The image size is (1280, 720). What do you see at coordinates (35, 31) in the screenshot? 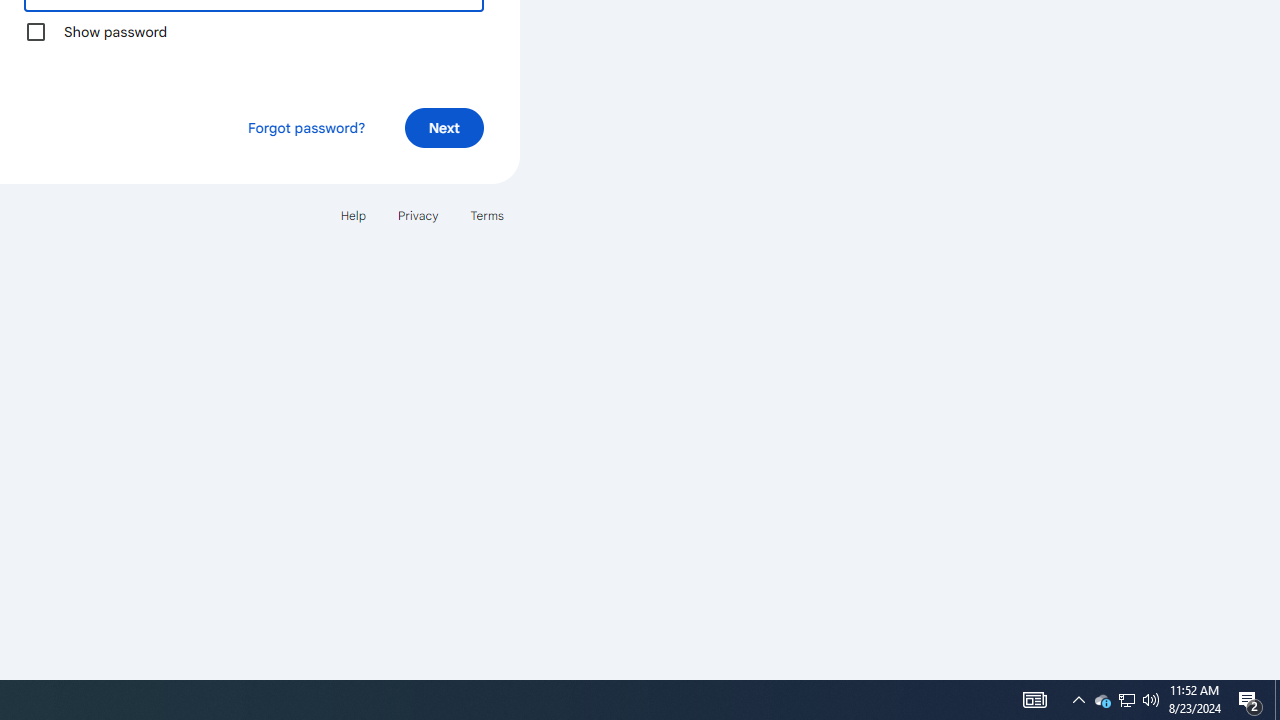
I see `'Show password'` at bounding box center [35, 31].